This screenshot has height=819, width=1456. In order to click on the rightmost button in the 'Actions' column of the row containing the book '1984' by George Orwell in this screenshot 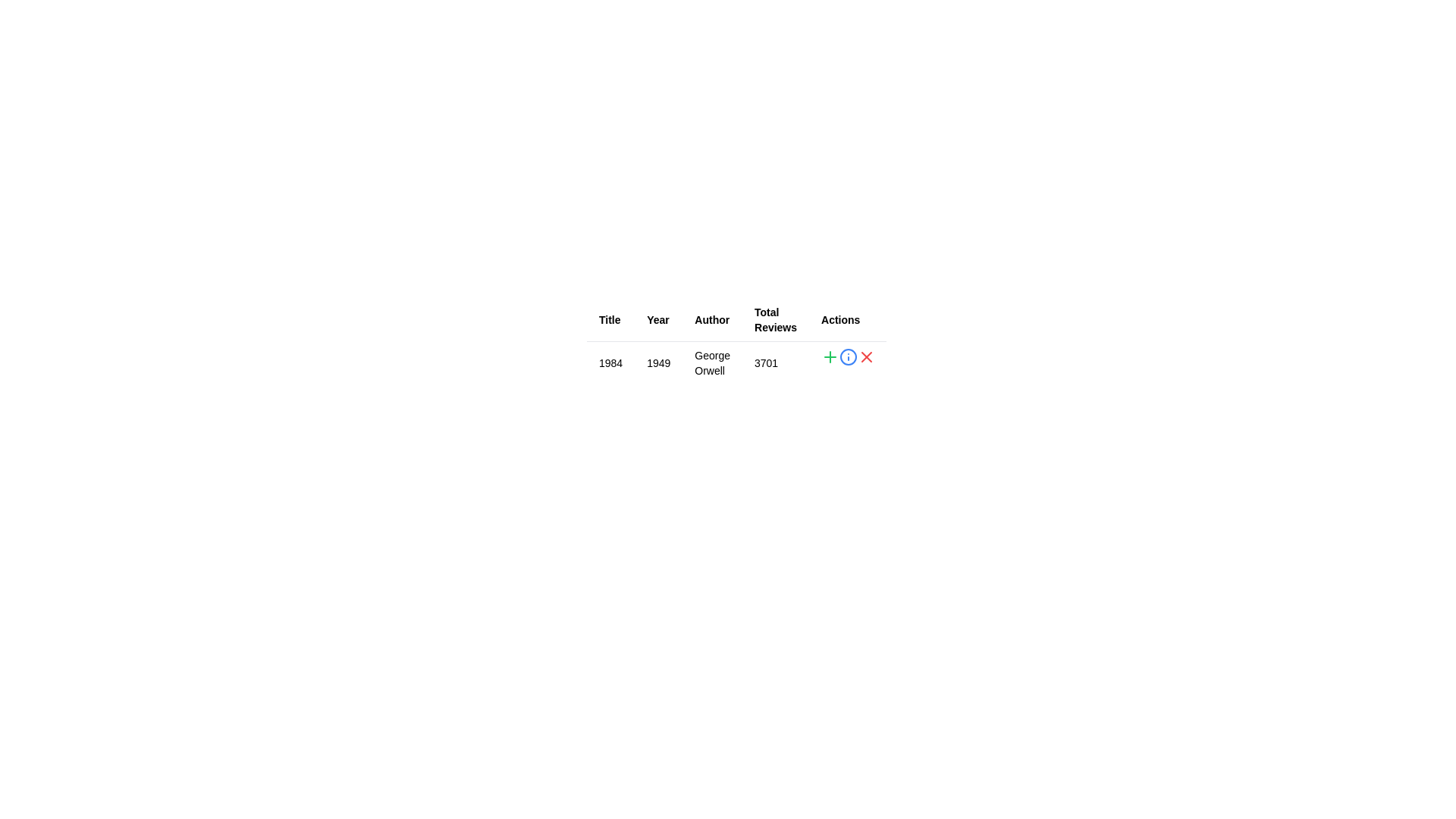, I will do `click(866, 356)`.